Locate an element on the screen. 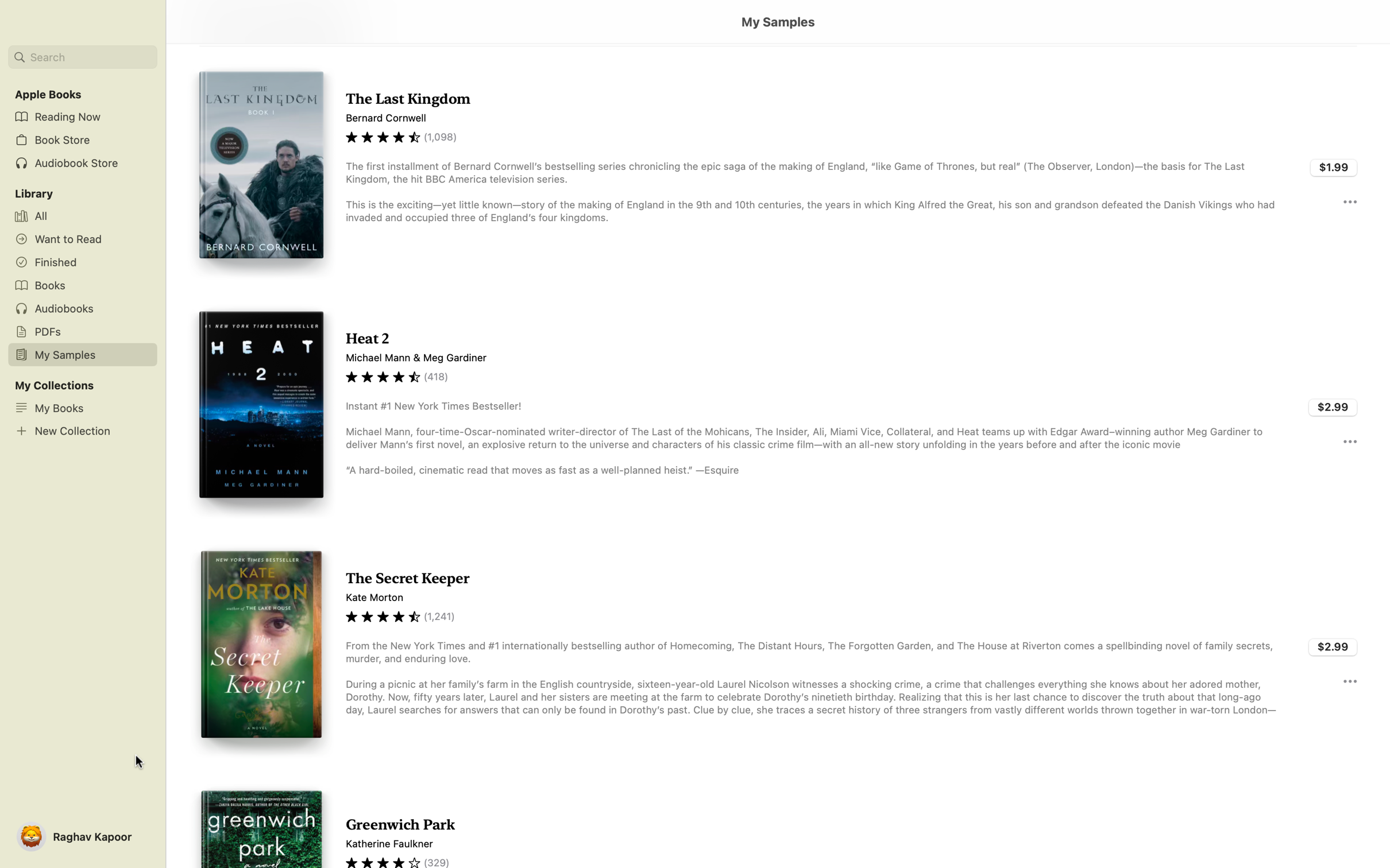  the three dots next to the book "Heat 2" to explore more details is located at coordinates (1349, 441).